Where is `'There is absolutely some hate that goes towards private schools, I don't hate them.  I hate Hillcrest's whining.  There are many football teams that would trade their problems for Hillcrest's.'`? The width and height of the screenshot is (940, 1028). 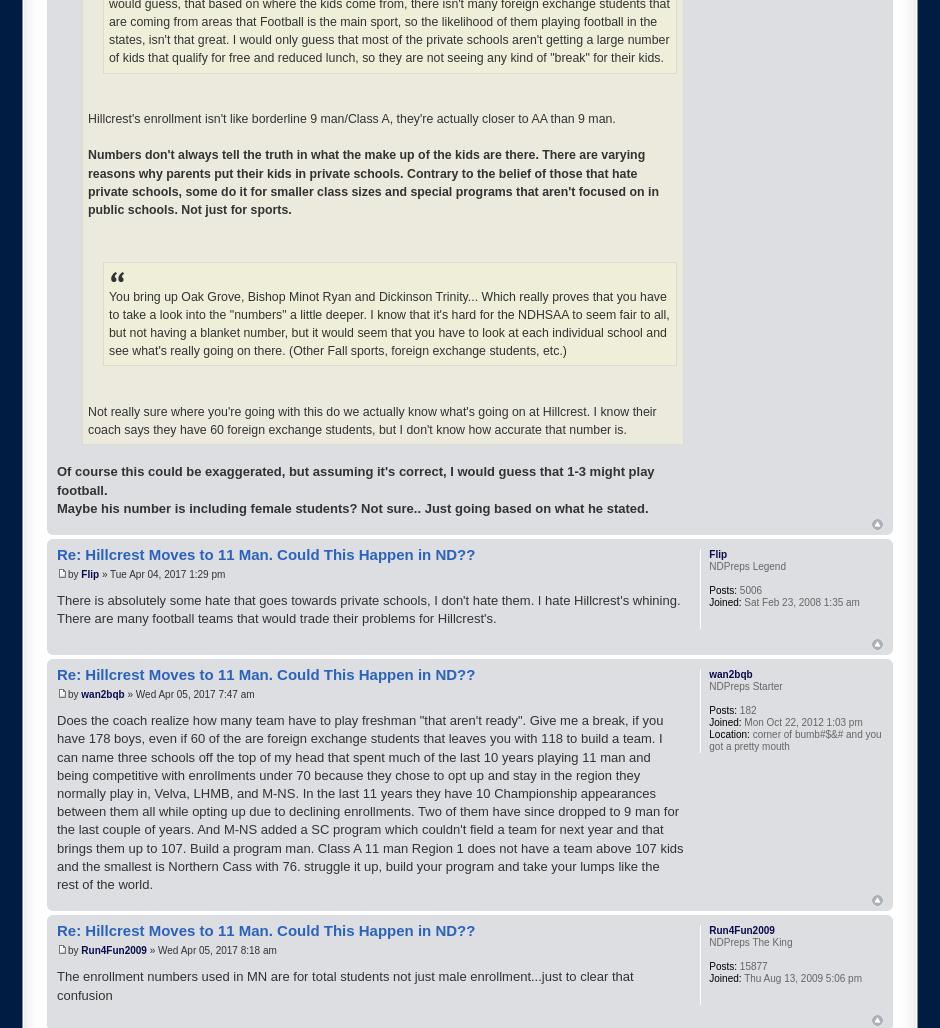
'There is absolutely some hate that goes towards private schools, I don't hate them.  I hate Hillcrest's whining.  There are many football teams that would trade their problems for Hillcrest's.' is located at coordinates (367, 608).